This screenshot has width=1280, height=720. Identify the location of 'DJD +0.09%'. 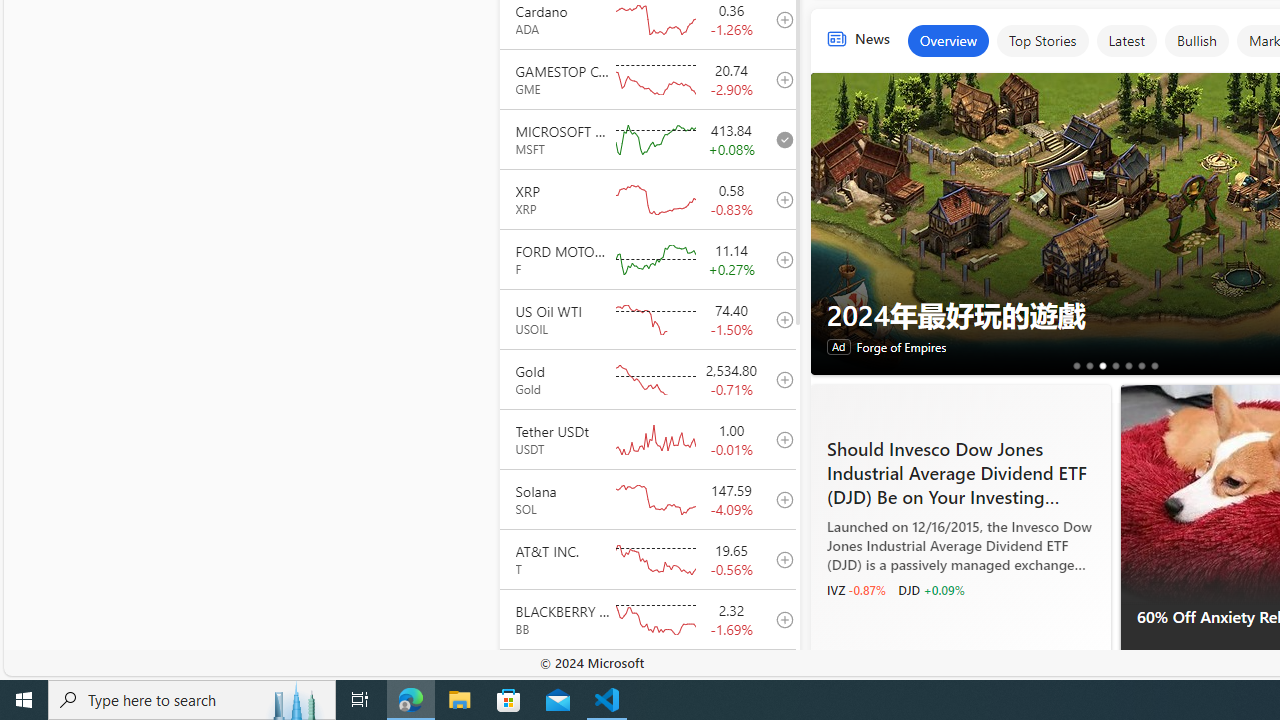
(930, 589).